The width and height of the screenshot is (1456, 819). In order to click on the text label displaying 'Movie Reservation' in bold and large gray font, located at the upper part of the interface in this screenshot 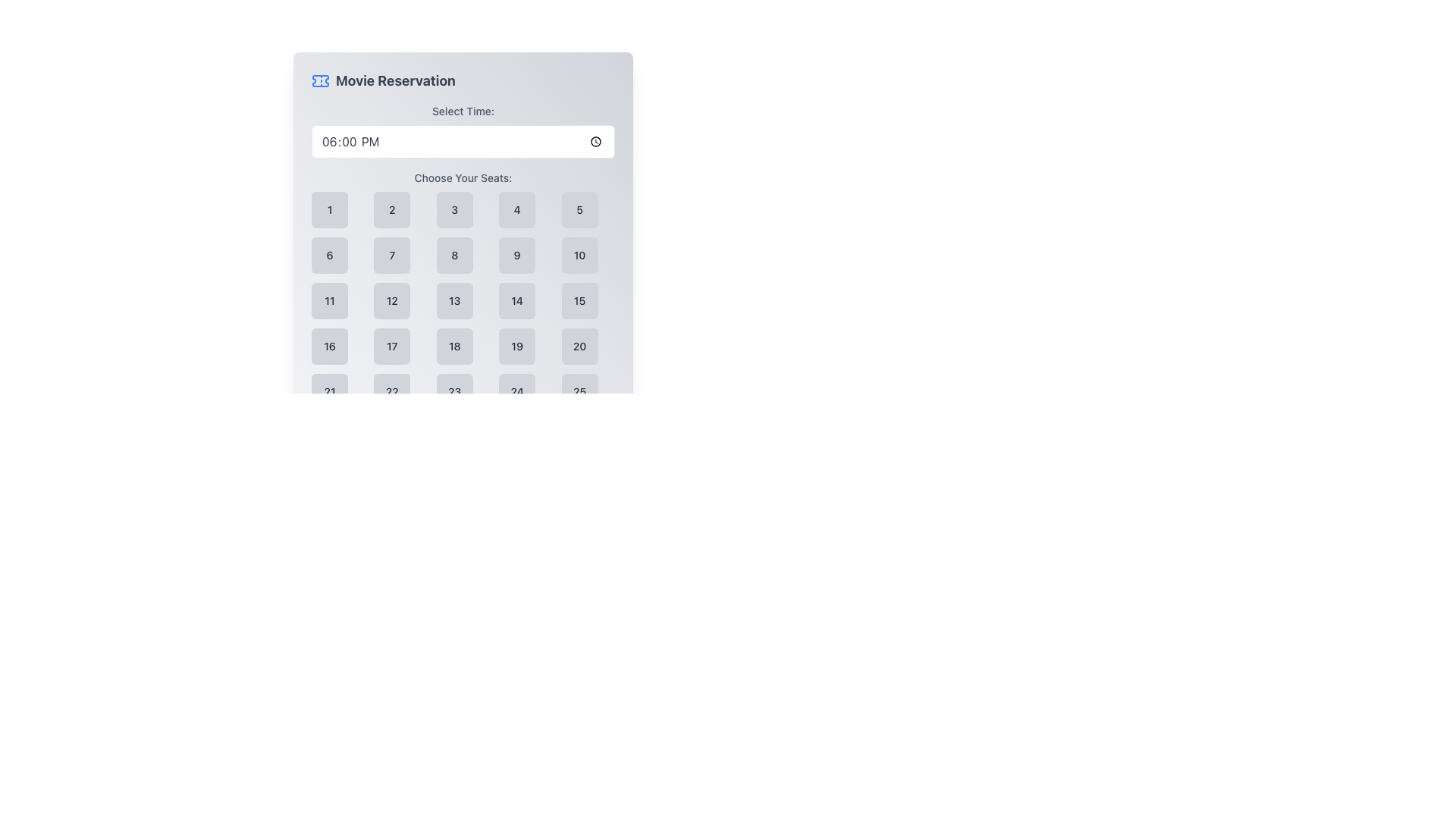, I will do `click(395, 81)`.